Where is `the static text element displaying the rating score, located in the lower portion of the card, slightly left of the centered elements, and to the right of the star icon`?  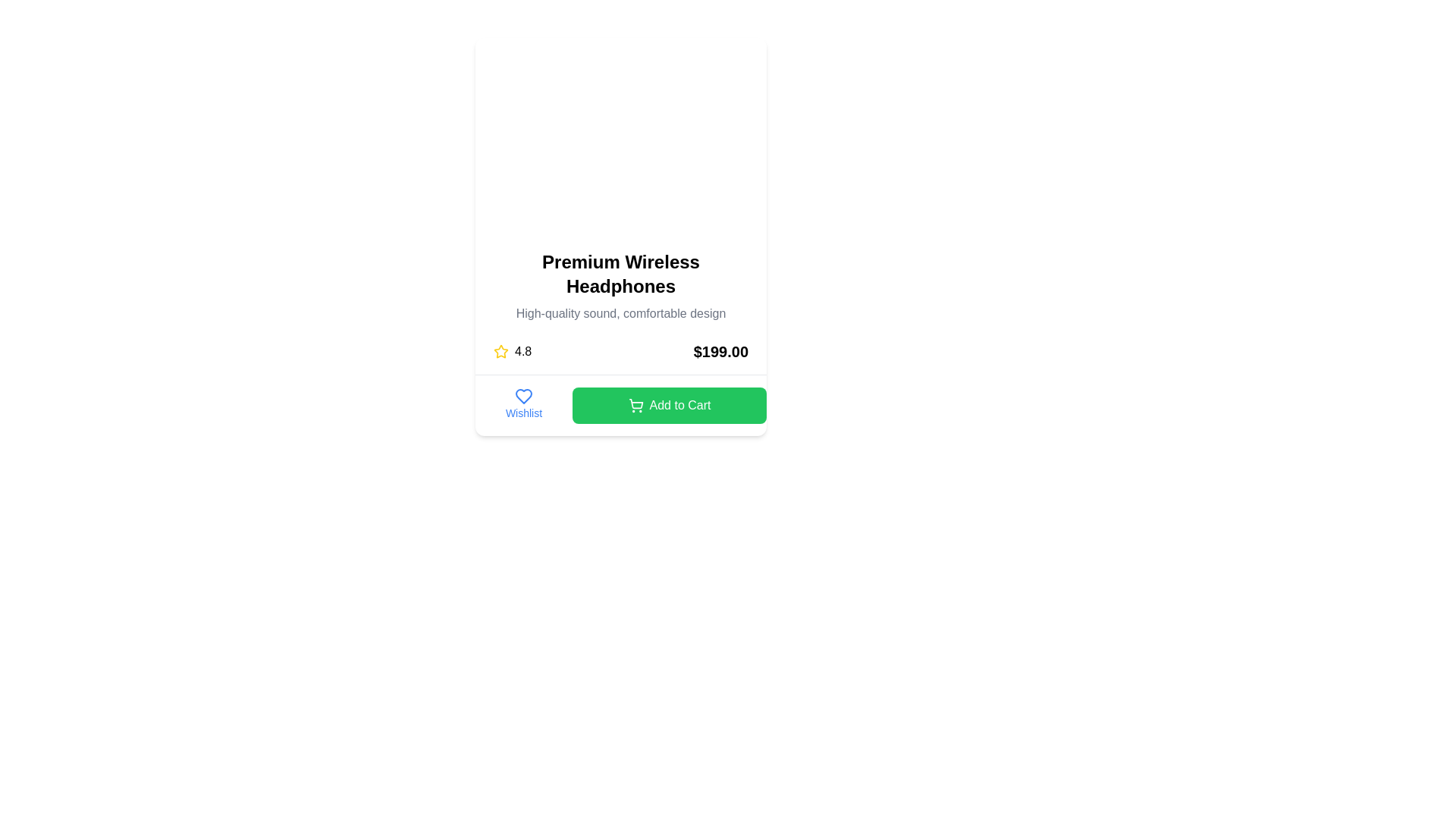
the static text element displaying the rating score, located in the lower portion of the card, slightly left of the centered elements, and to the right of the star icon is located at coordinates (523, 351).